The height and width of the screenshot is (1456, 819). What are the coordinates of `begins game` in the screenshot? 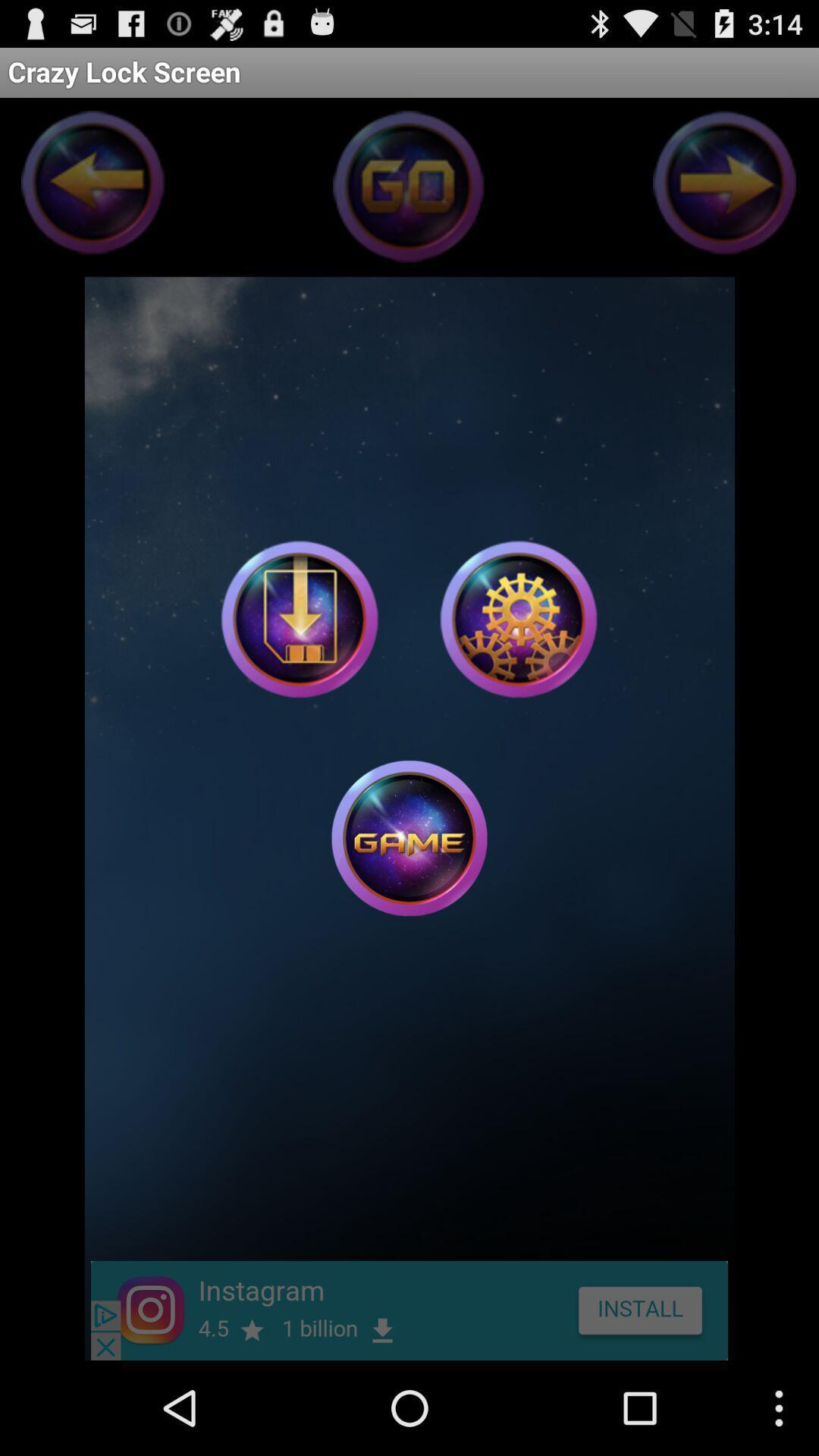 It's located at (409, 837).